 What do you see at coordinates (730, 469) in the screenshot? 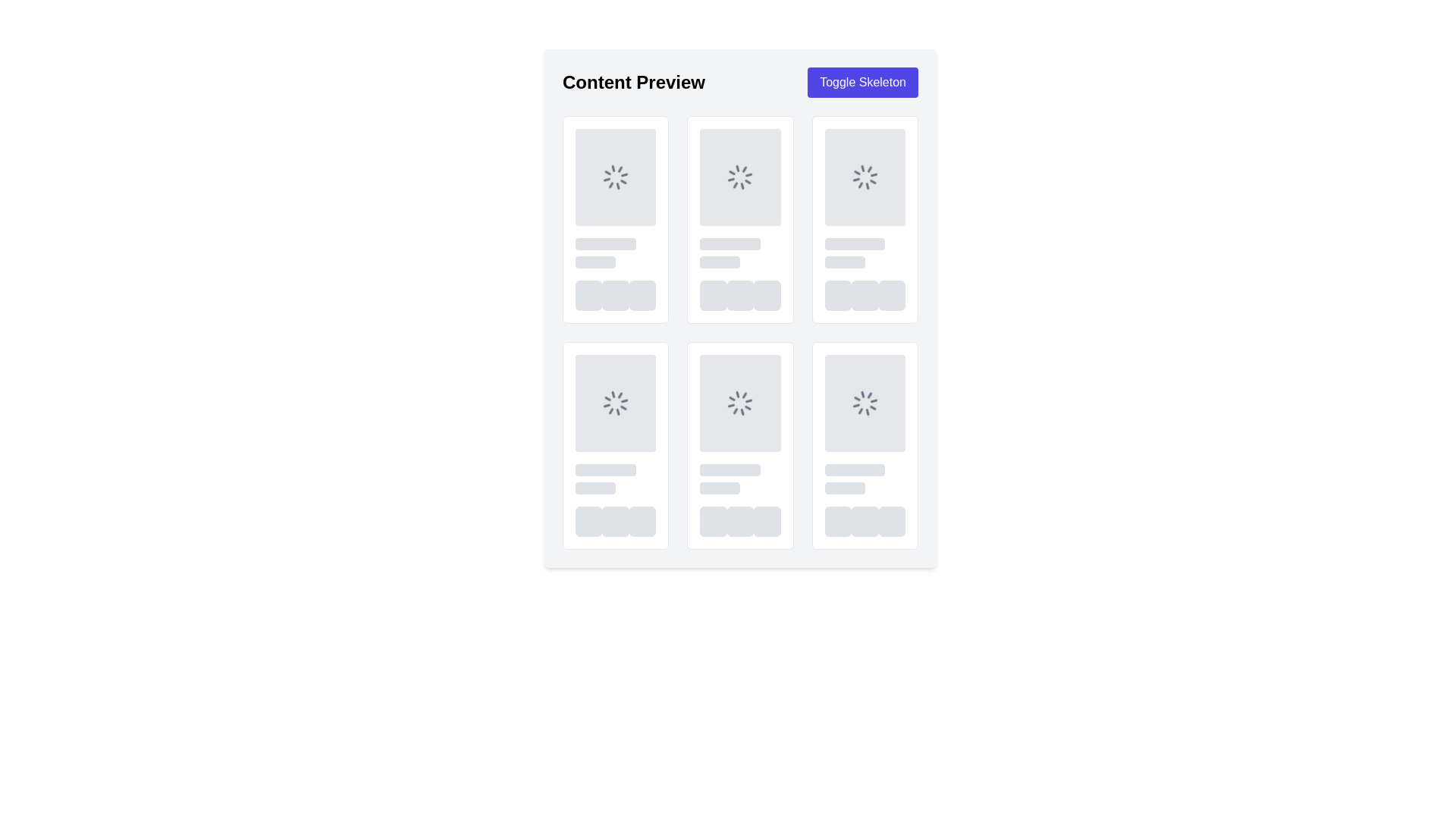
I see `the gray rectangular placeholder with rounded corners located in the second entry of the bottom row of a 3x2 grid layout` at bounding box center [730, 469].